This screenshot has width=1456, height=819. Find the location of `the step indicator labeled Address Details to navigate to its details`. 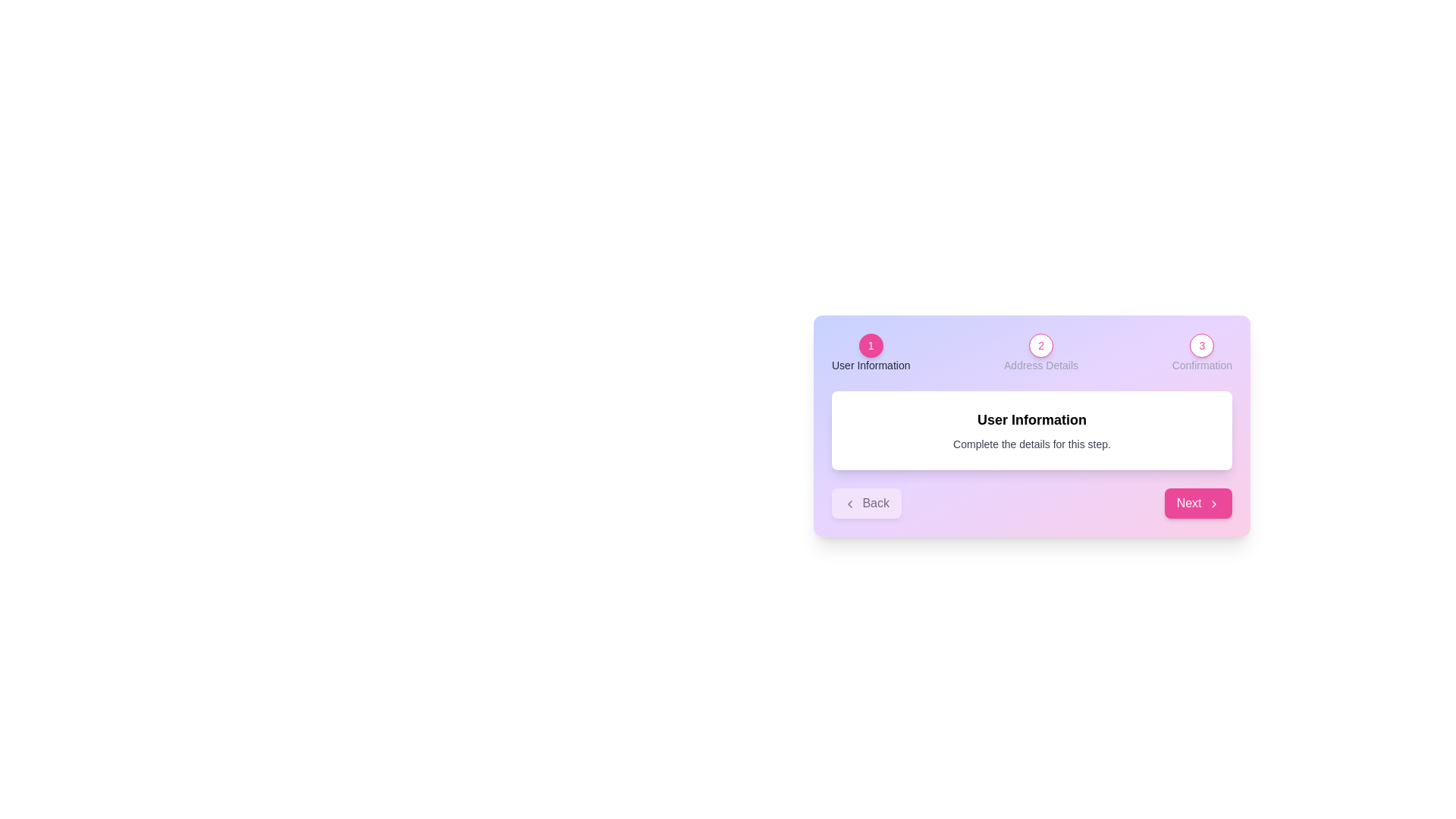

the step indicator labeled Address Details to navigate to its details is located at coordinates (1040, 345).